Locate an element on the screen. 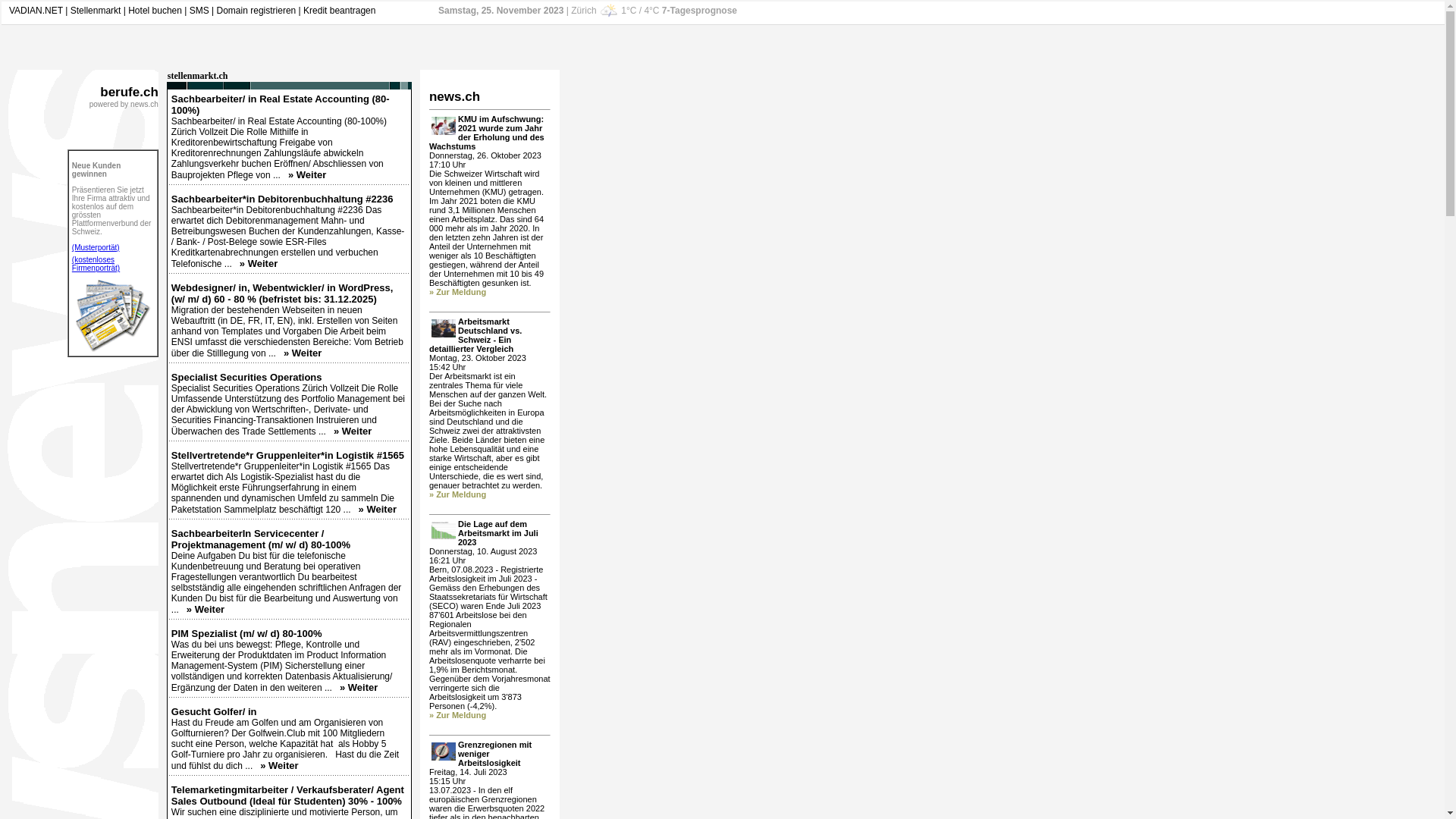 This screenshot has height=819, width=1456. 'PIM Spezialist (m/ w/ d) 80-100%' is located at coordinates (246, 633).